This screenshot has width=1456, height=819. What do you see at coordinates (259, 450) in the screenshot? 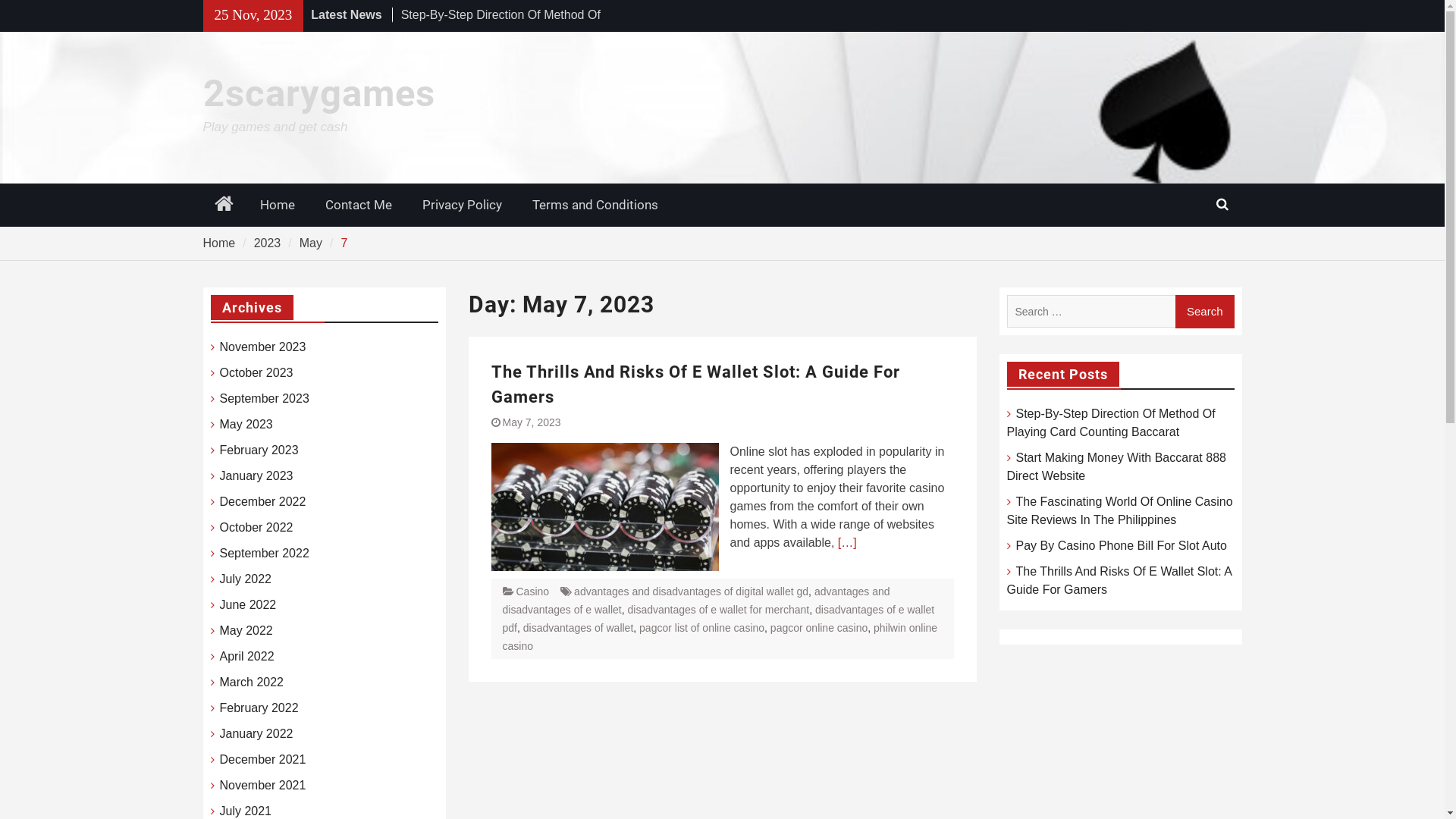
I see `'February 2023'` at bounding box center [259, 450].